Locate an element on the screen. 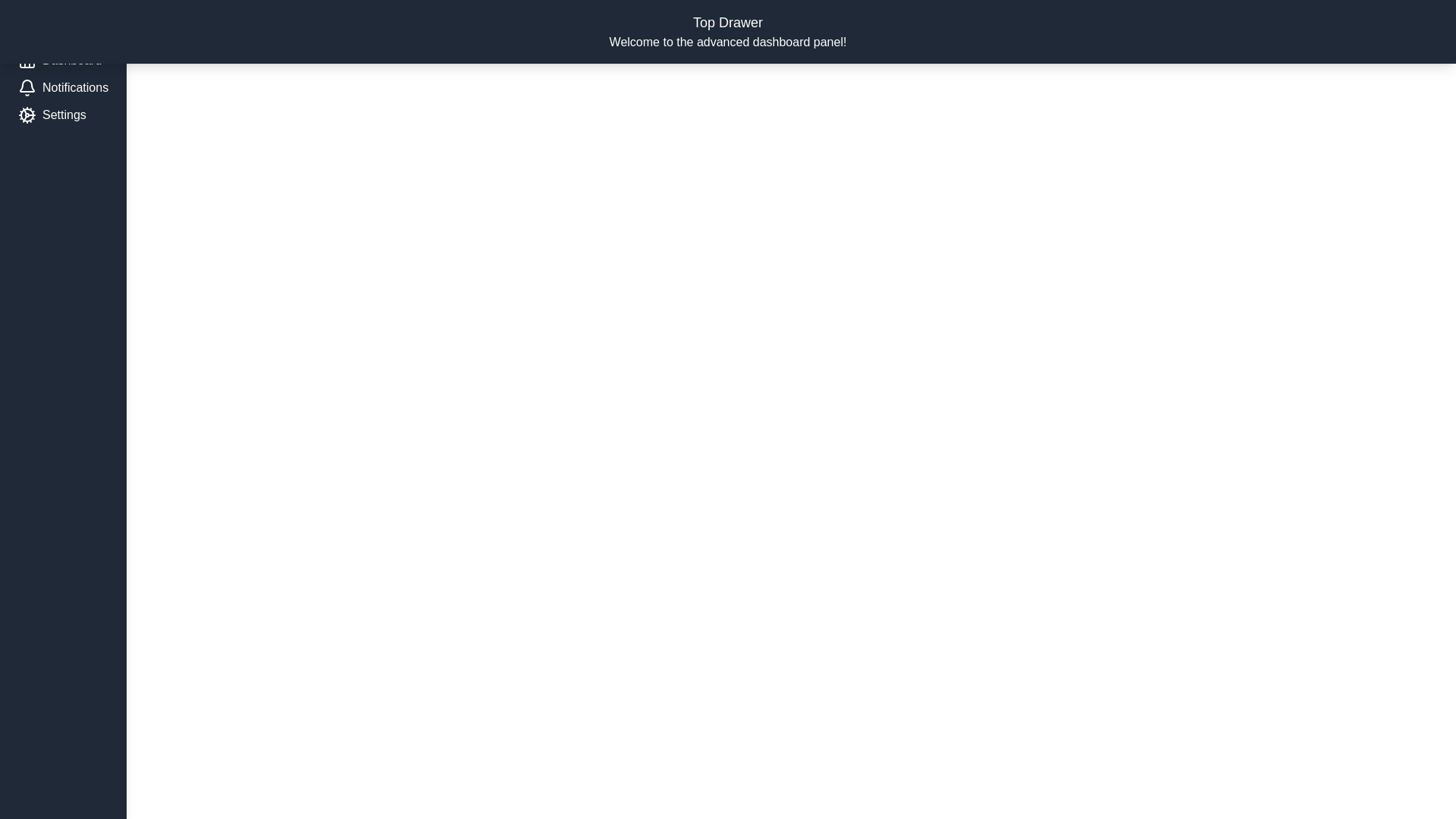 This screenshot has height=819, width=1456. the 'Settings' menu item in the left drawer is located at coordinates (62, 114).